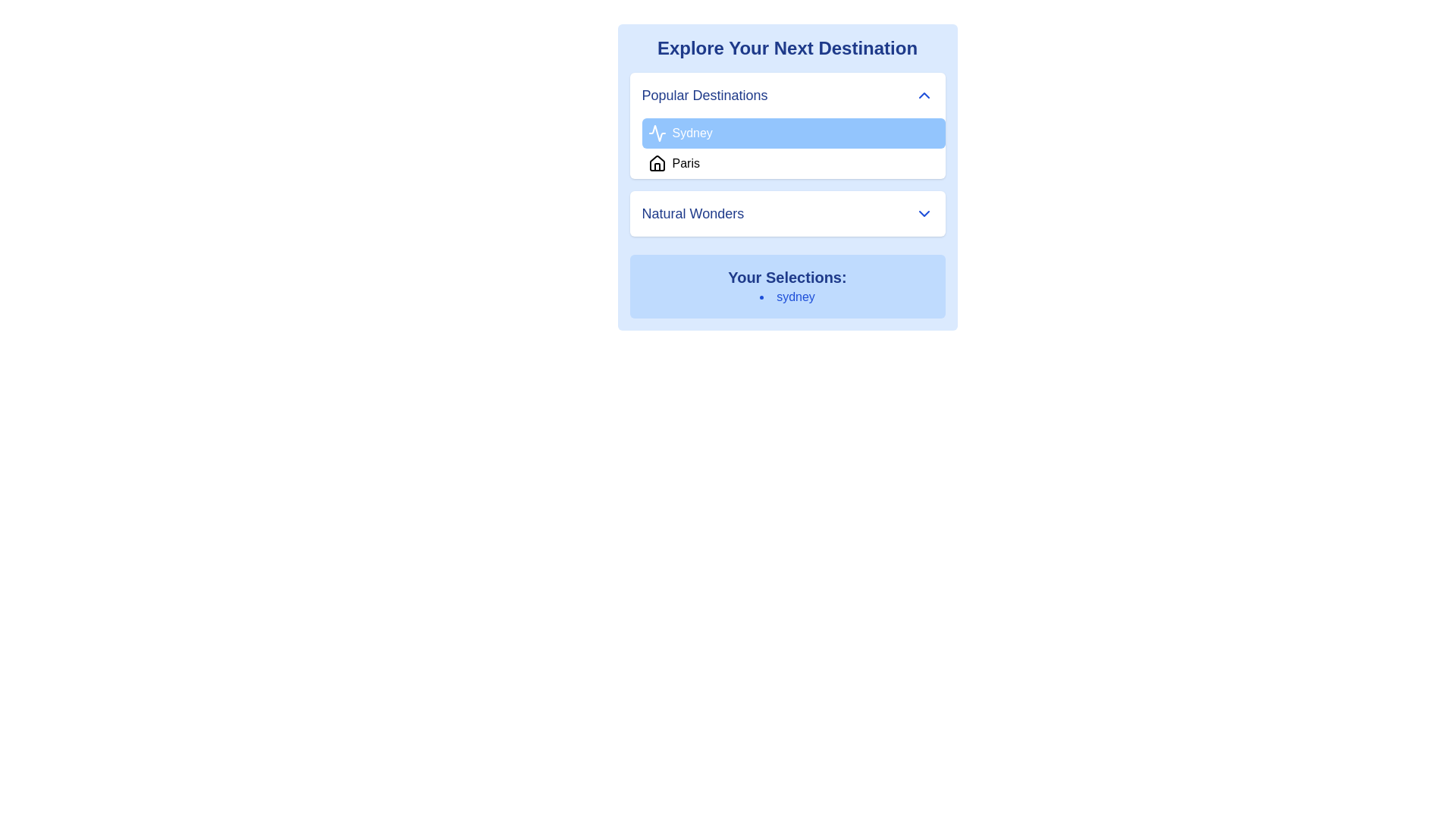 This screenshot has height=819, width=1456. What do you see at coordinates (657, 133) in the screenshot?
I see `the waveform icon within the 'Sydney' option in the 'Popular Destinations' dropdown list` at bounding box center [657, 133].